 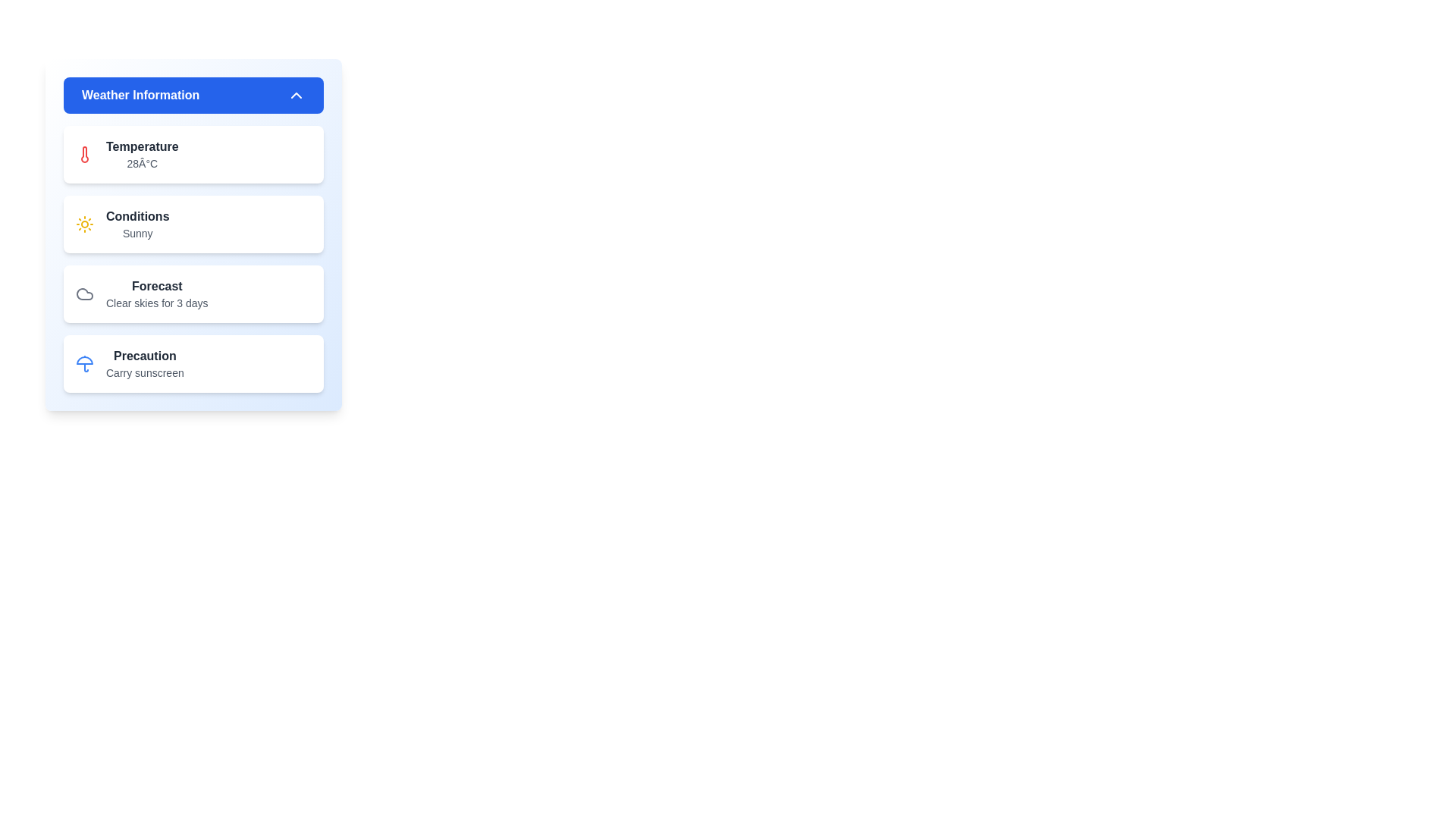 What do you see at coordinates (156, 287) in the screenshot?
I see `the text label that serves as a header for the weather forecast section, located above the text 'Clear skies for 3 days' and adjacent to a cloud icon` at bounding box center [156, 287].